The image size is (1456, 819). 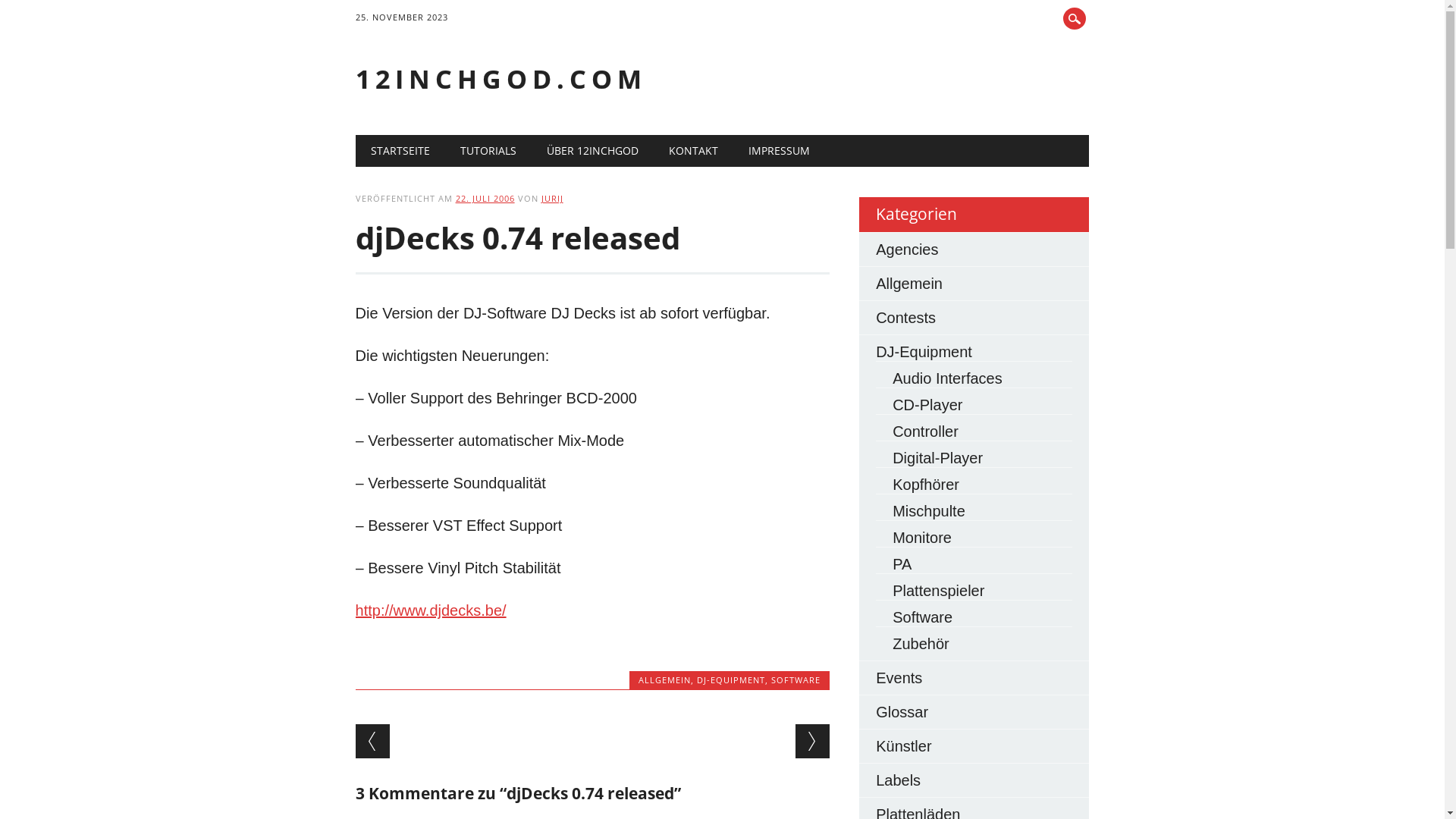 What do you see at coordinates (905, 317) in the screenshot?
I see `'Contests'` at bounding box center [905, 317].